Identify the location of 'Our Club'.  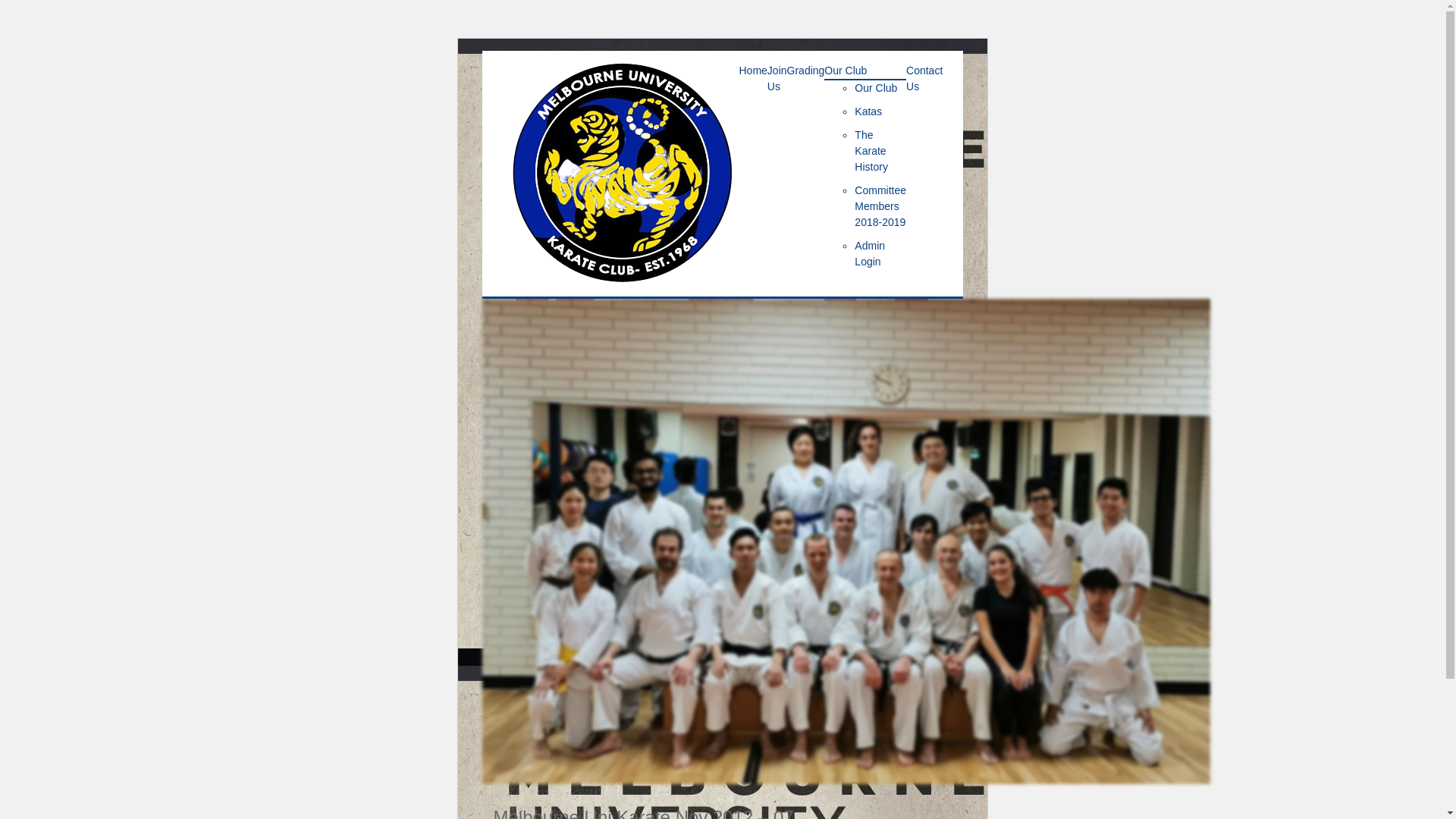
(844, 70).